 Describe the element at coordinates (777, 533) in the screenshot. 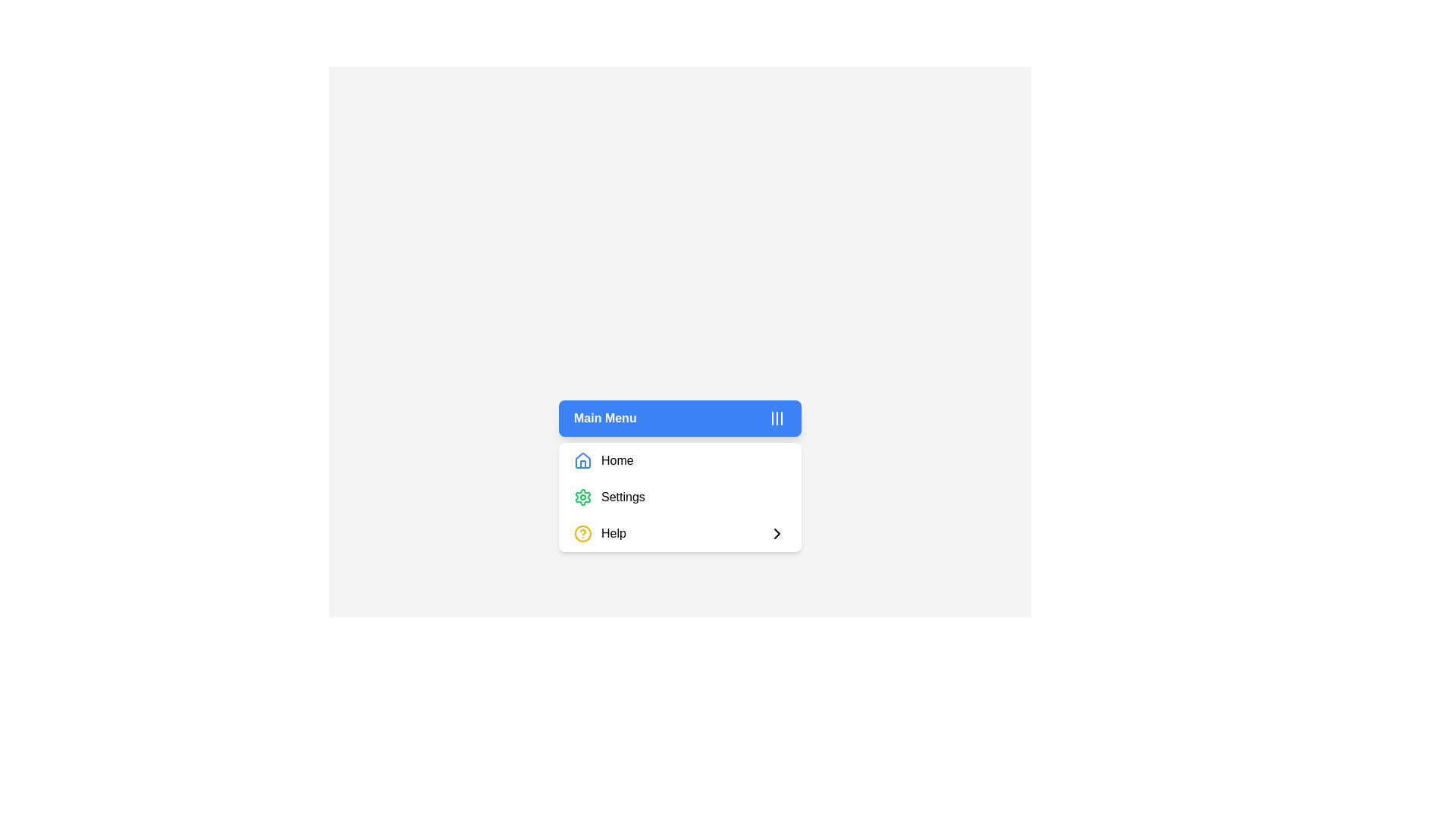

I see `the rightward pointing chevron icon located inside the dropdown menu, adjacent to the 'Help' list item` at that location.